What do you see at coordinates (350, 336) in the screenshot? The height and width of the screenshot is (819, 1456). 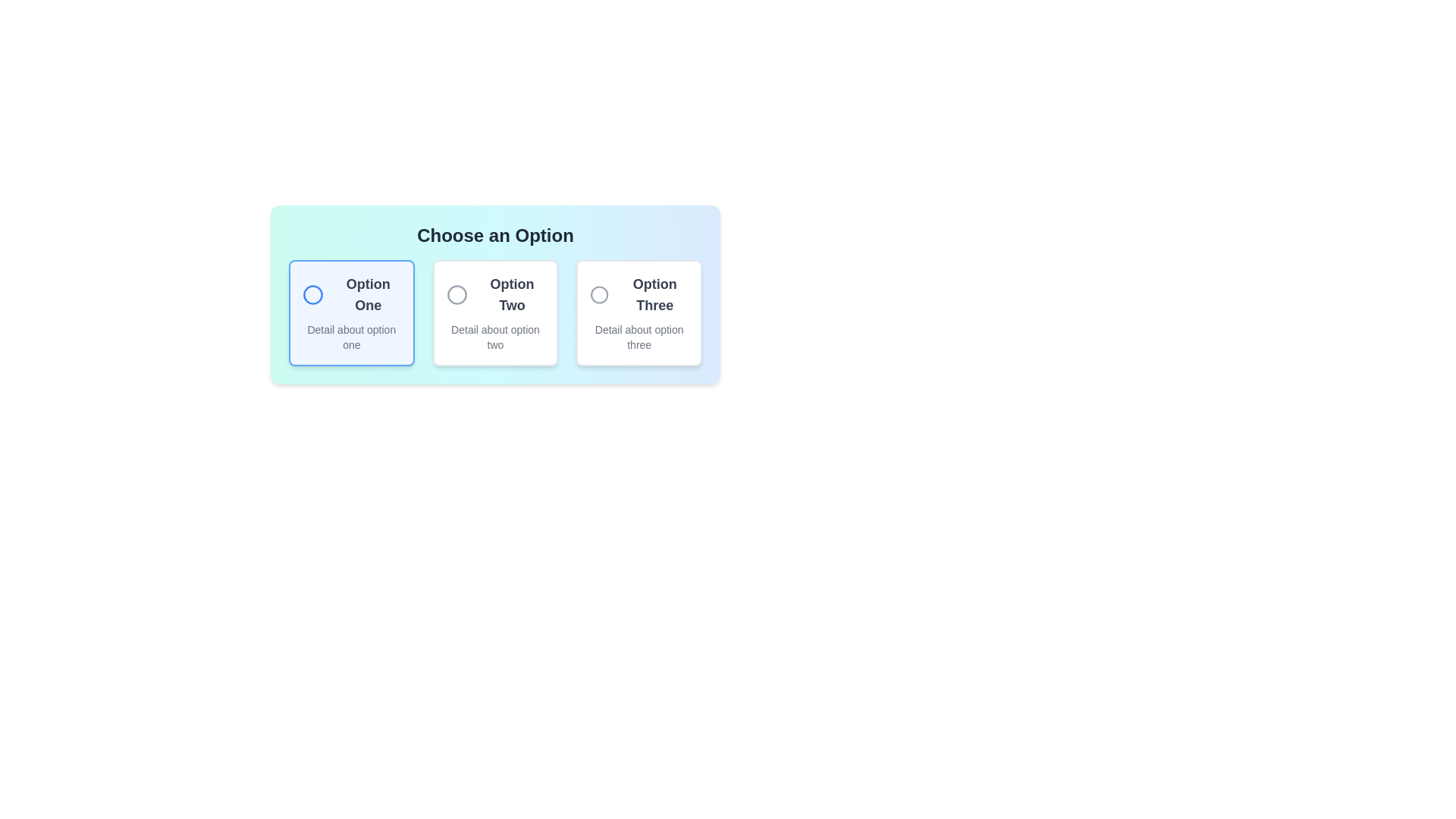 I see `the text area for descriptive information located below the label 'Option One' in the first card of the three-option selection group` at bounding box center [350, 336].